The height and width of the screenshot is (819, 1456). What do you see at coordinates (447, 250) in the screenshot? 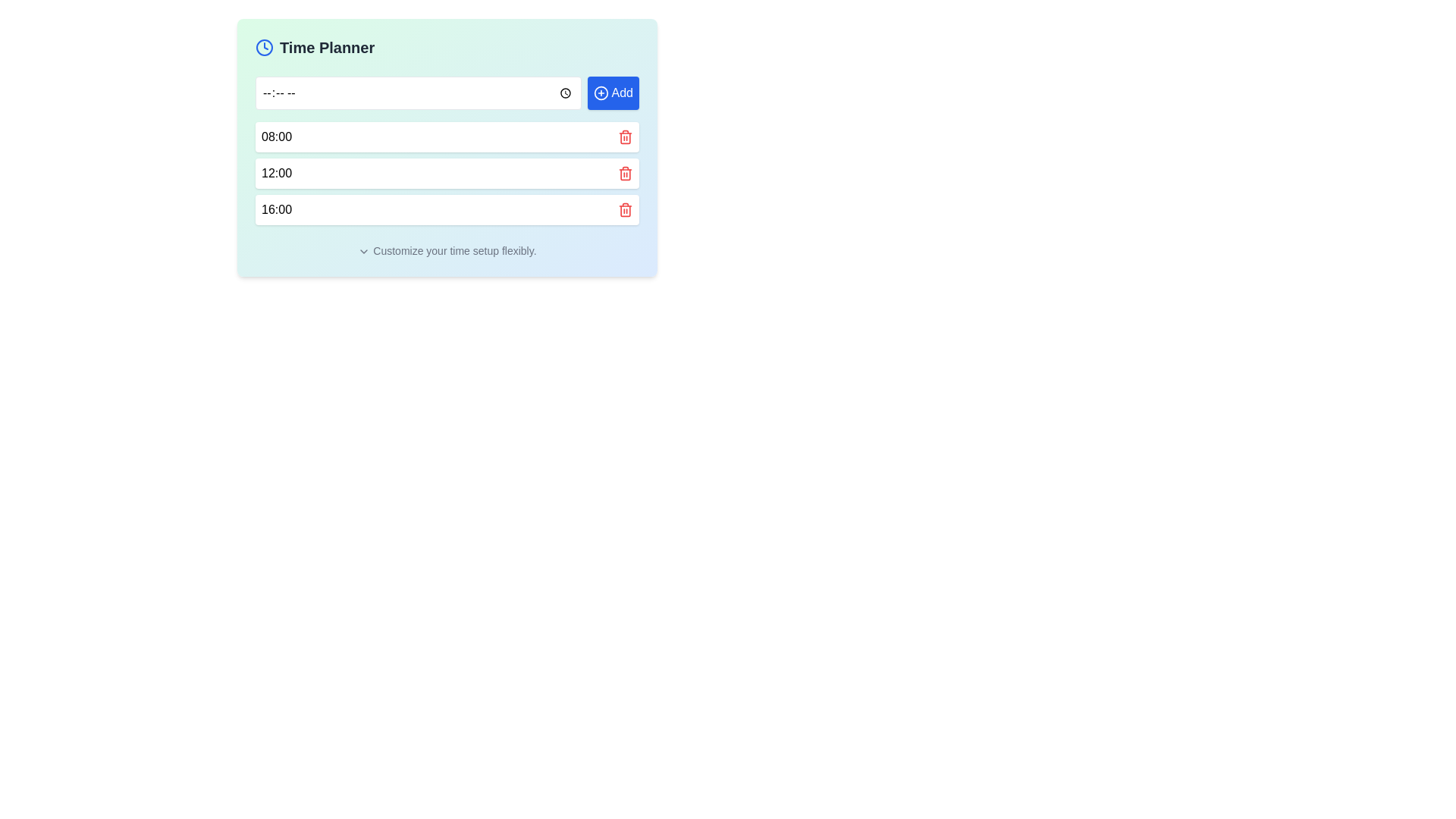
I see `the static text displaying 'Customize your time setup flexibly,' which is centrally aligned beneath the 'Time Planner' section` at bounding box center [447, 250].